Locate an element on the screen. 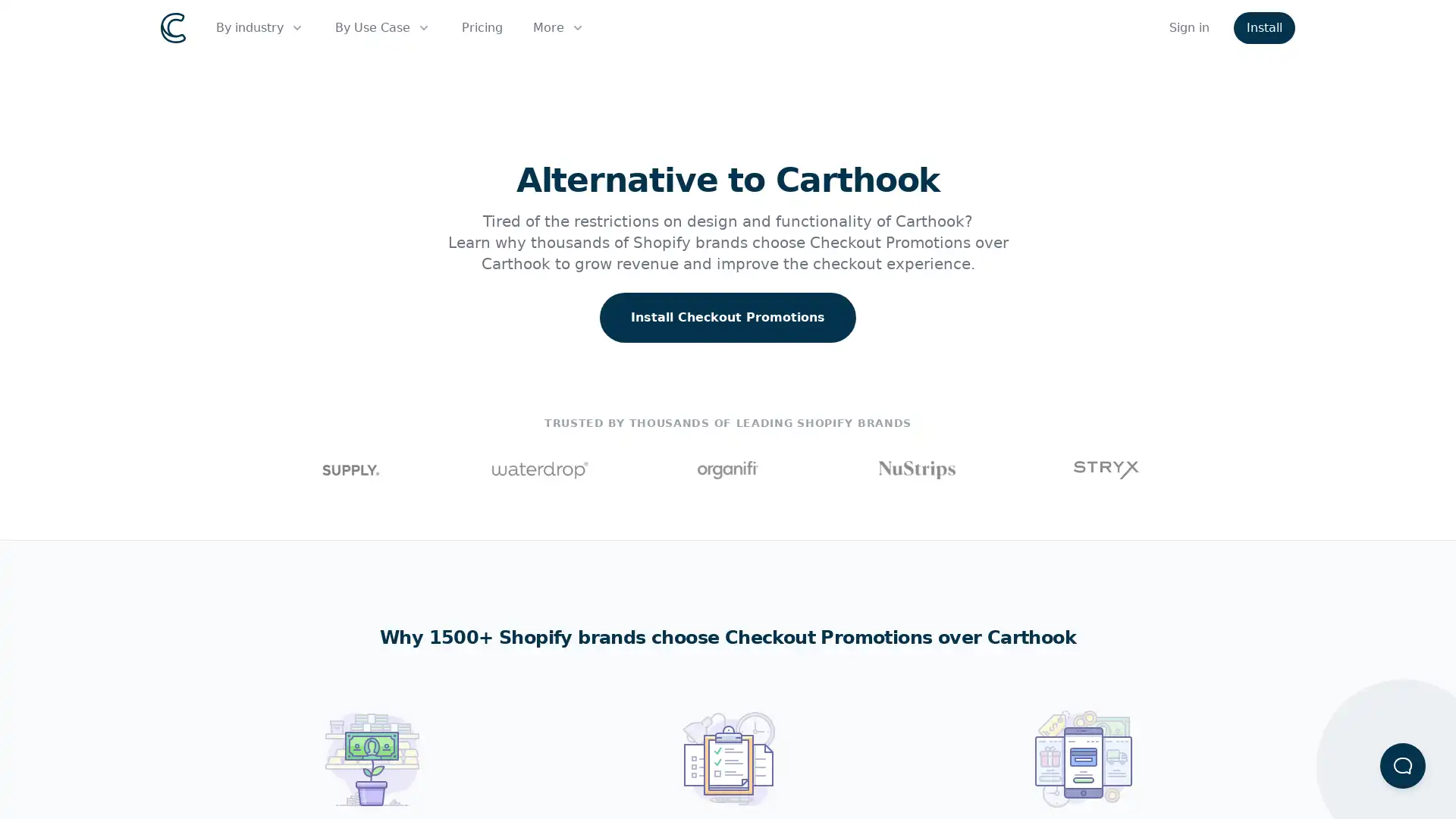 This screenshot has width=1456, height=819. By industry is located at coordinates (260, 28).